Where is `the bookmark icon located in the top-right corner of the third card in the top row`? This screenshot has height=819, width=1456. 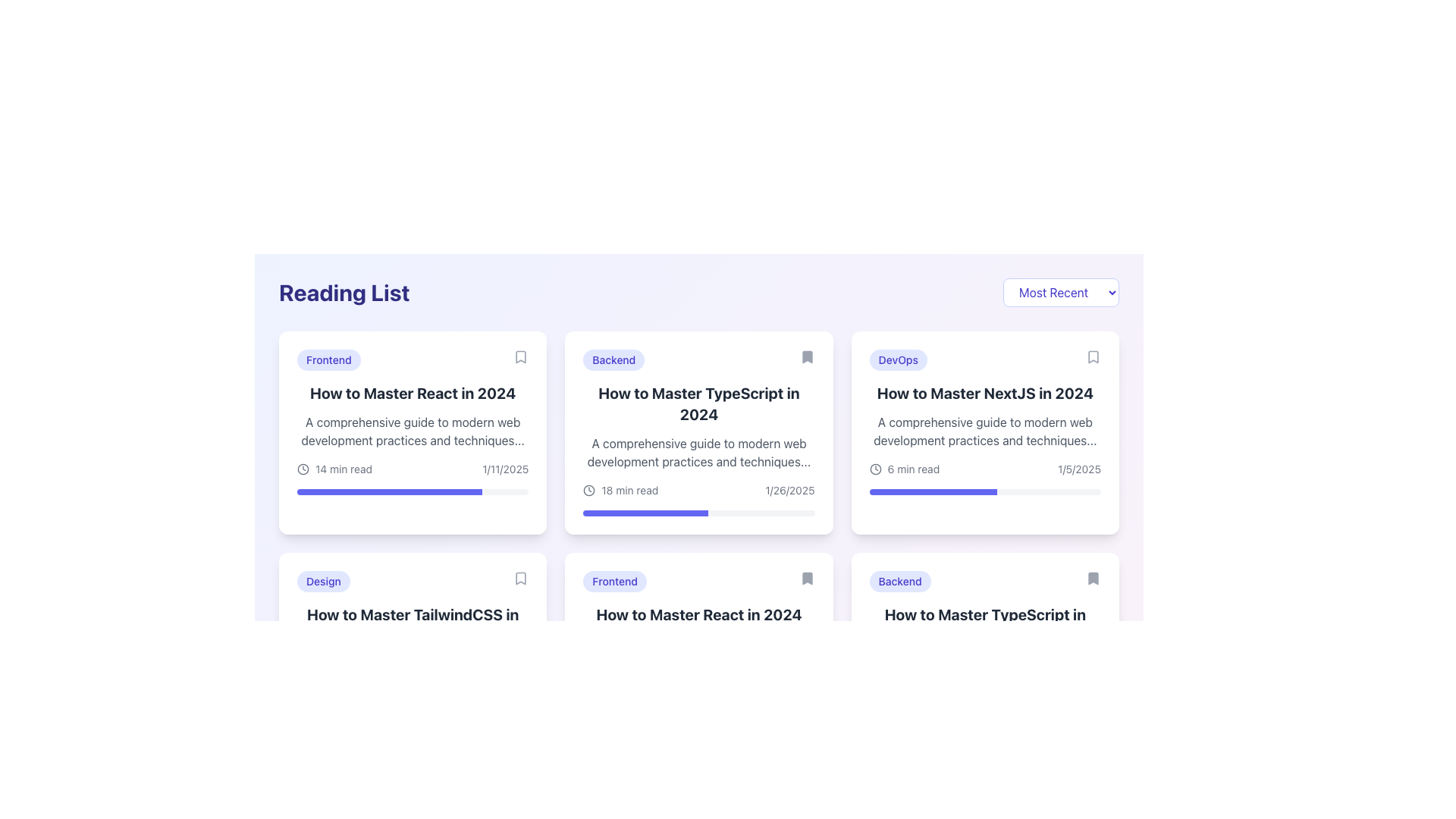 the bookmark icon located in the top-right corner of the third card in the top row is located at coordinates (1093, 356).